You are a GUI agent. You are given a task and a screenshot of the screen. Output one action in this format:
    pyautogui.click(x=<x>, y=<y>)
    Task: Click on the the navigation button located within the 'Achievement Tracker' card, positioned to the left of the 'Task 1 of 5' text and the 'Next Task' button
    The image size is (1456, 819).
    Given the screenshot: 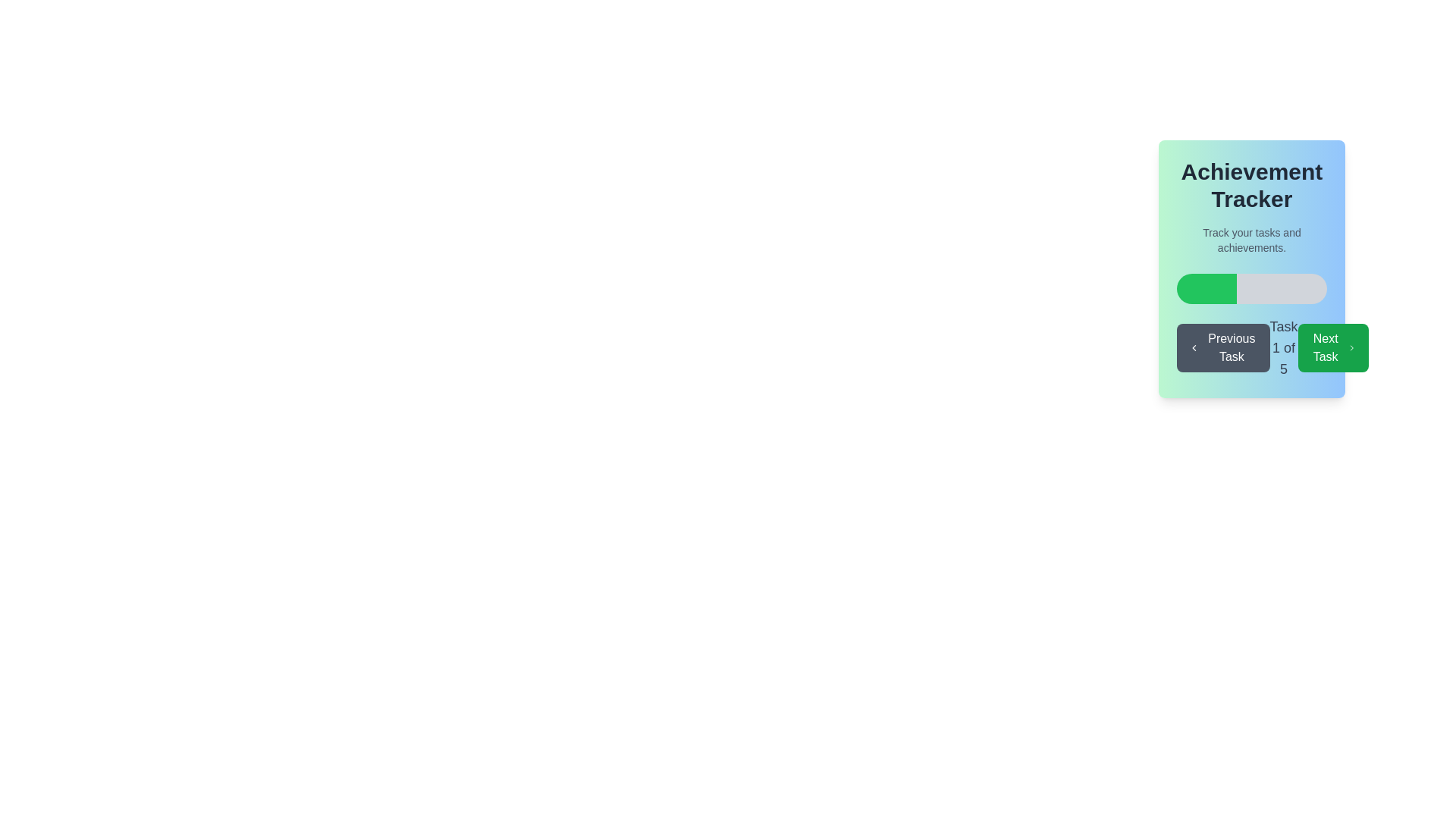 What is the action you would take?
    pyautogui.click(x=1223, y=348)
    